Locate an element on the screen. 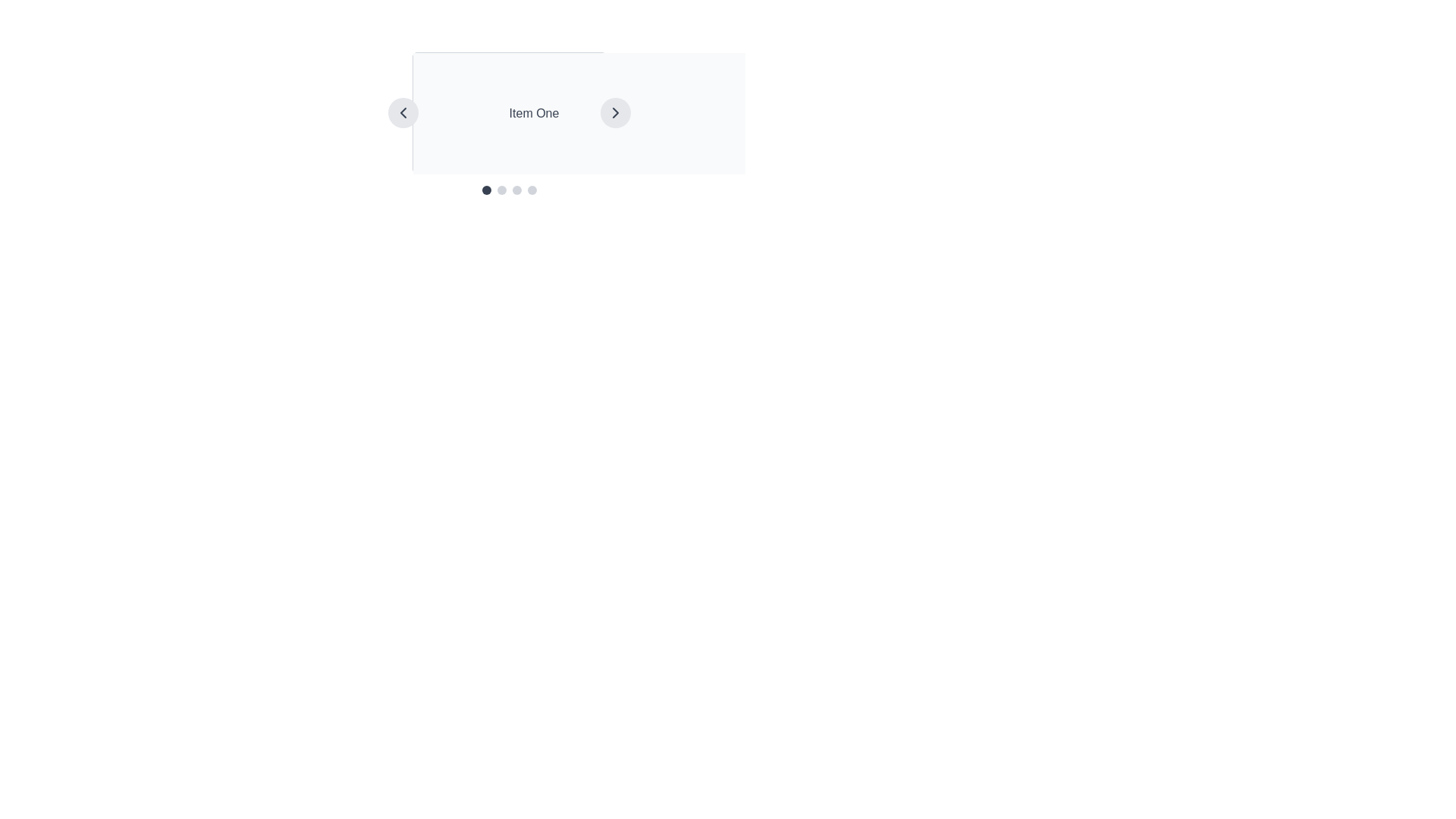 The width and height of the screenshot is (1456, 819). the left navigation arrow in the carousel located adjacent to the 'Item One' box is located at coordinates (403, 112).